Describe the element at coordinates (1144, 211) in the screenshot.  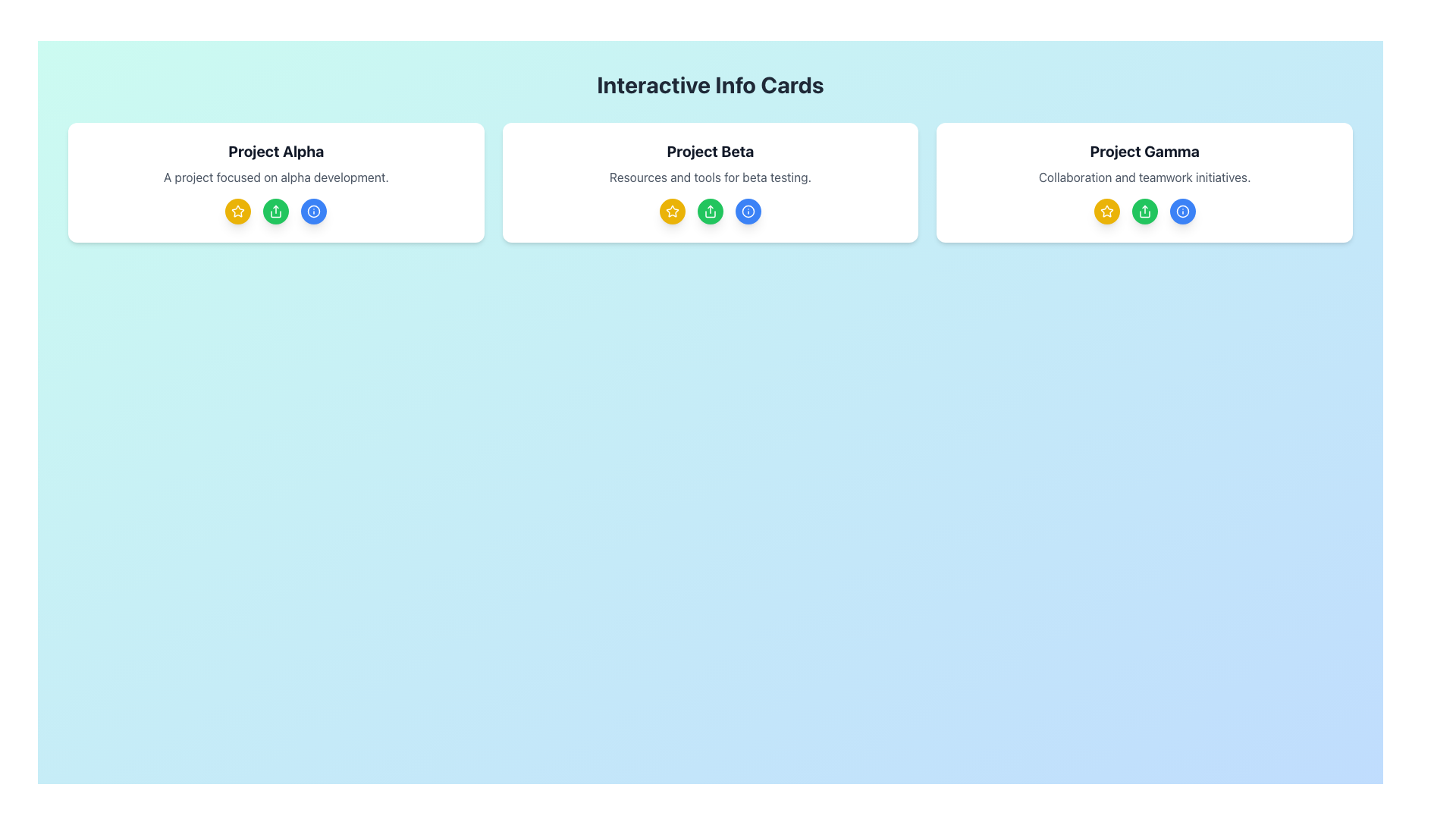
I see `the Circular Icon Button with an upward arrow located in the center of a row of three circular buttons within the 'Project Gamma' card, which is the second button from the left` at that location.